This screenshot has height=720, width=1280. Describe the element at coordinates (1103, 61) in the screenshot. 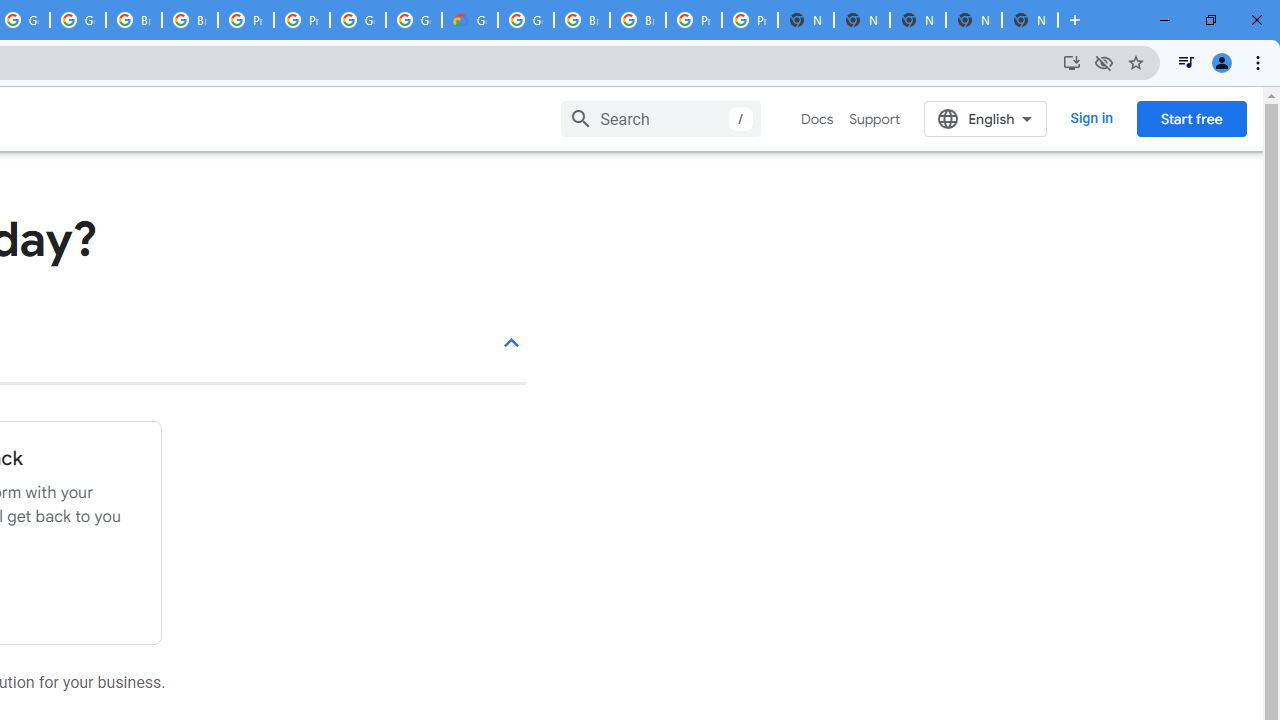

I see `'Third-party cookies blocked'` at that location.